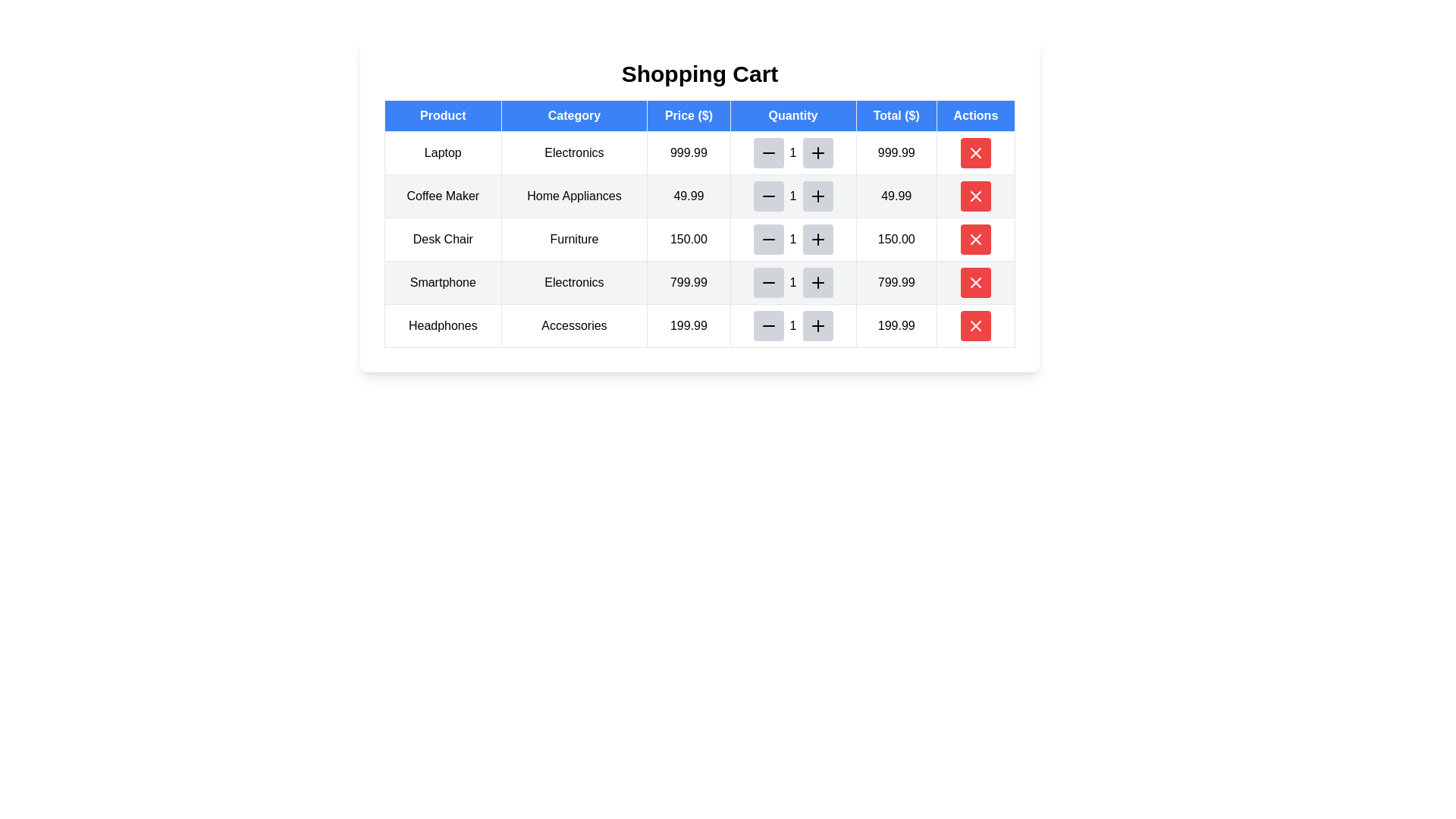 Image resolution: width=1456 pixels, height=819 pixels. I want to click on the static text display element that shows the current quantity of the product, positioned centrally between the 'minus' and 'plus' buttons in the quantity adjustment mechanism, so click(792, 325).